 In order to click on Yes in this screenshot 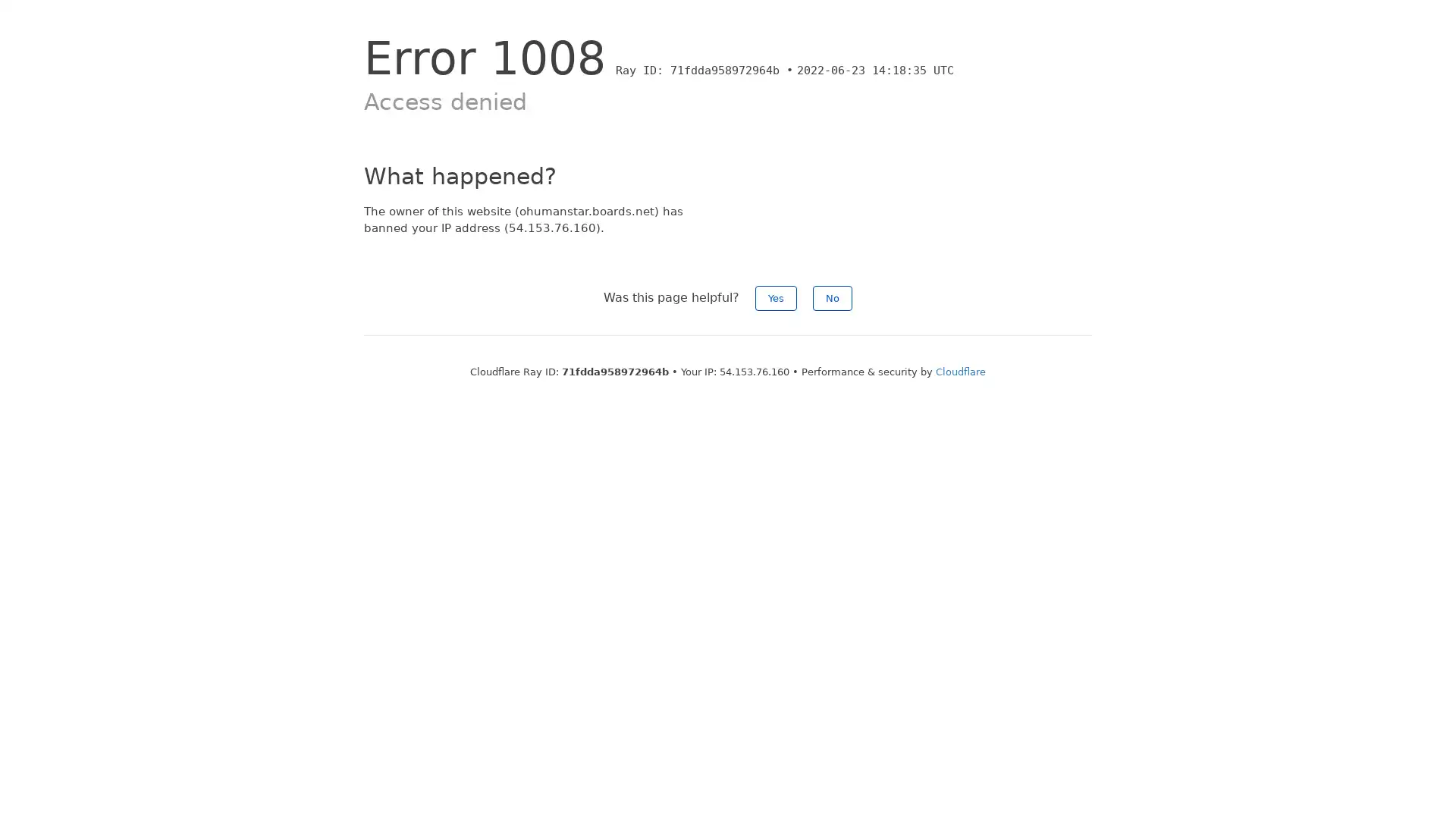, I will do `click(776, 297)`.